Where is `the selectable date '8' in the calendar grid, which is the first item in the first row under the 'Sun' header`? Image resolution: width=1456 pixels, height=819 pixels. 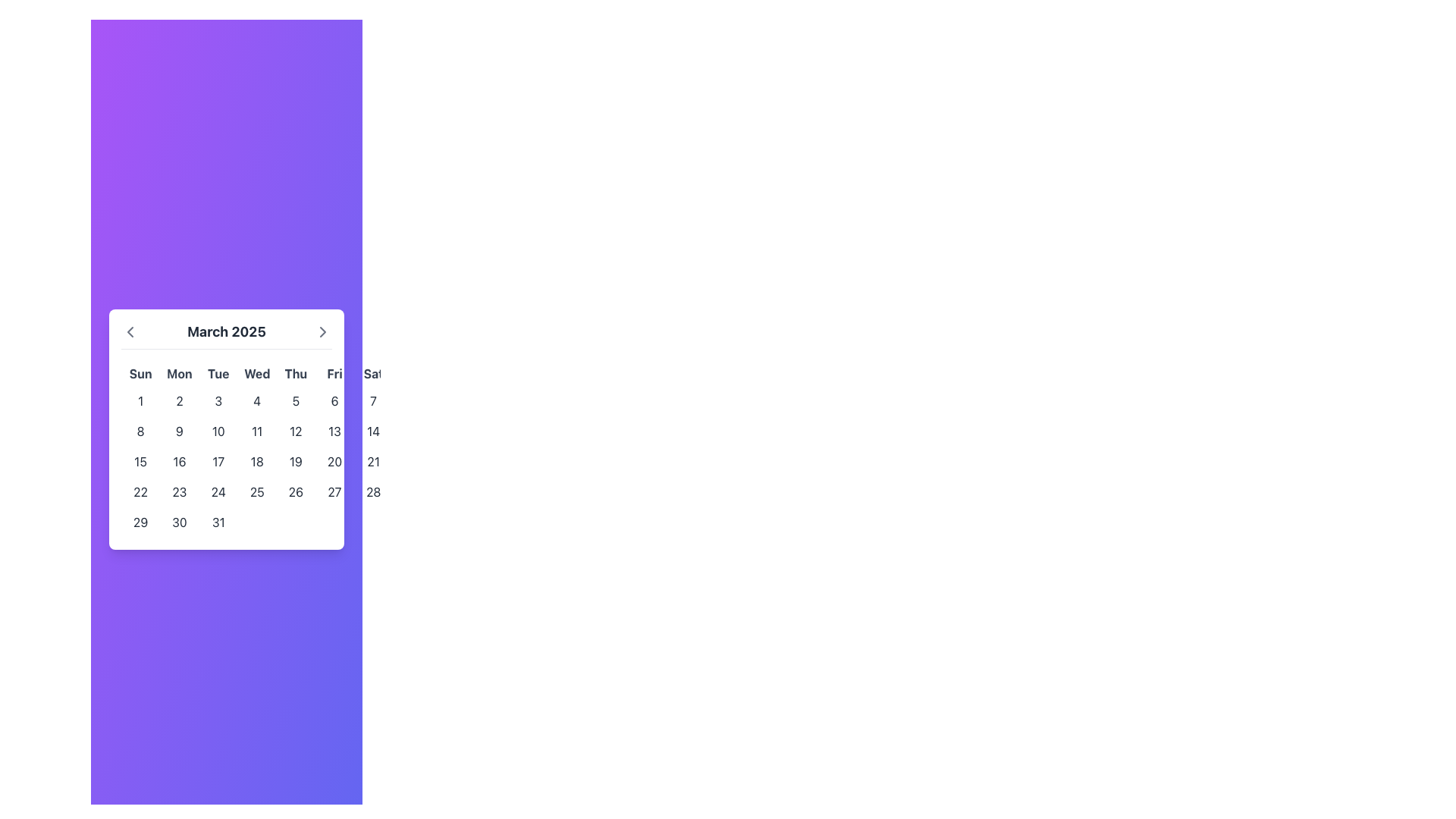
the selectable date '8' in the calendar grid, which is the first item in the first row under the 'Sun' header is located at coordinates (140, 431).